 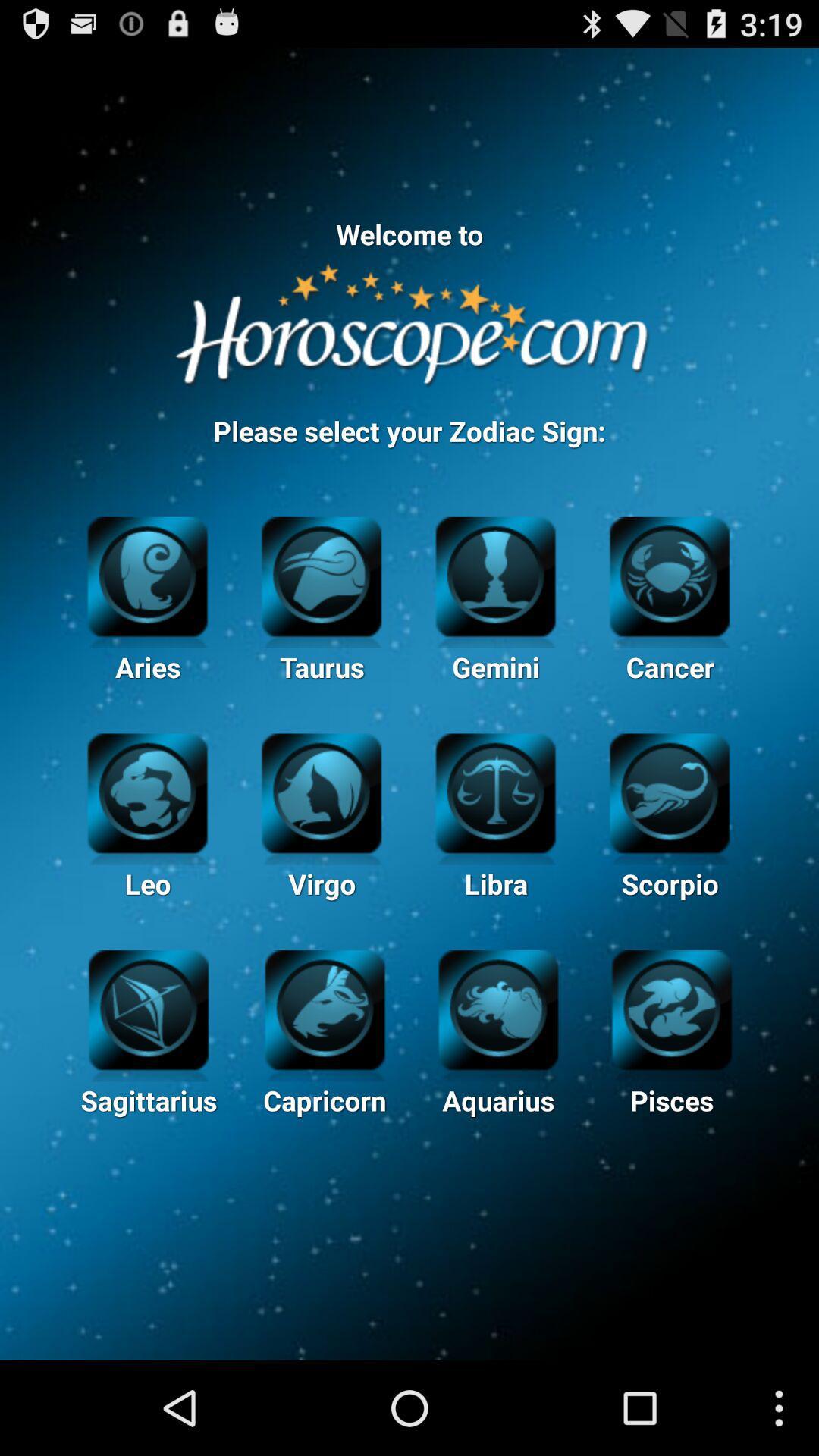 I want to click on zodiac details, so click(x=149, y=1008).